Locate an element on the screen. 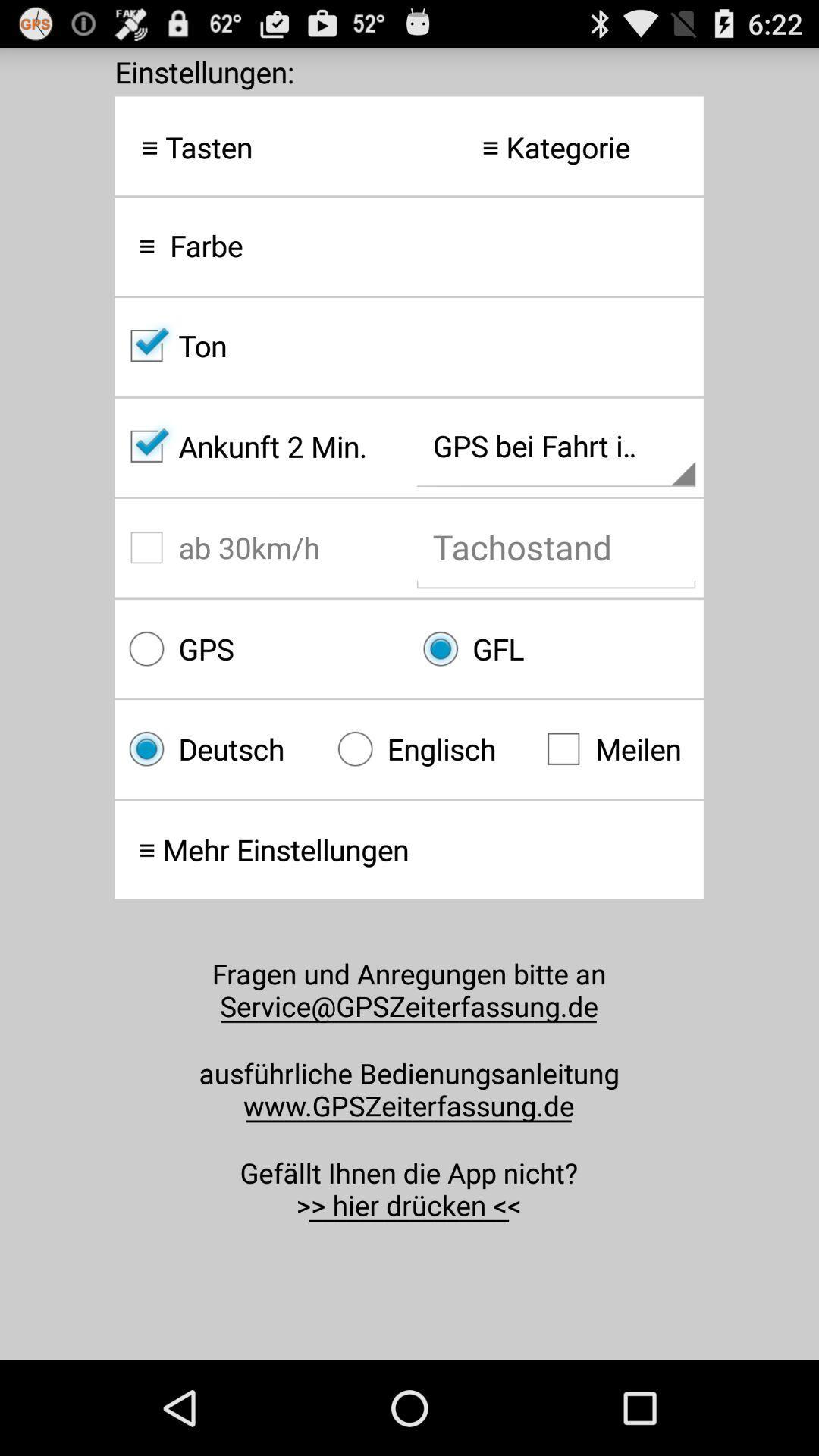  the icon below the gfl item is located at coordinates (617, 748).